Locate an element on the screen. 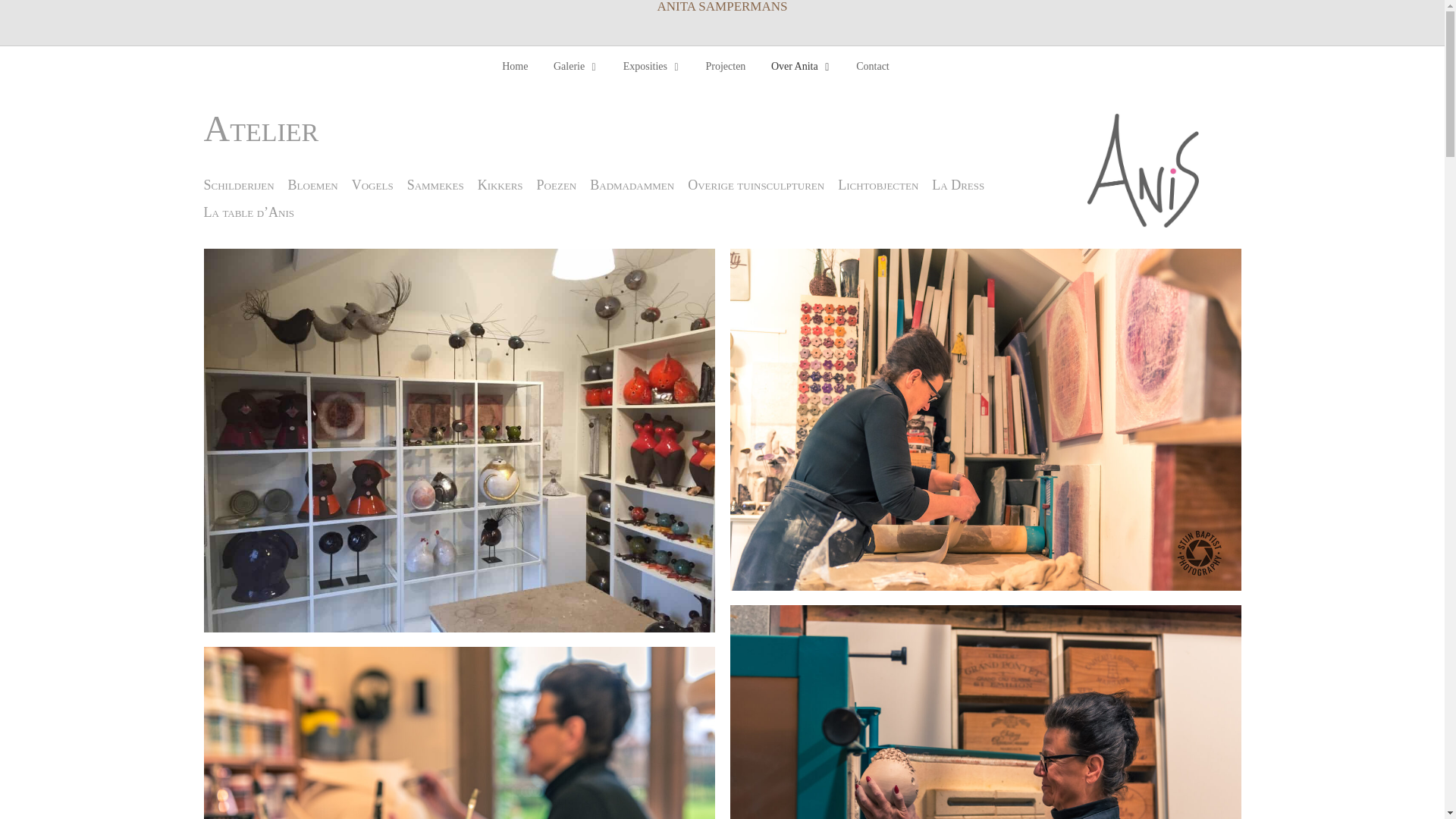 The height and width of the screenshot is (819, 1456). 'anis' is located at coordinates (1143, 170).